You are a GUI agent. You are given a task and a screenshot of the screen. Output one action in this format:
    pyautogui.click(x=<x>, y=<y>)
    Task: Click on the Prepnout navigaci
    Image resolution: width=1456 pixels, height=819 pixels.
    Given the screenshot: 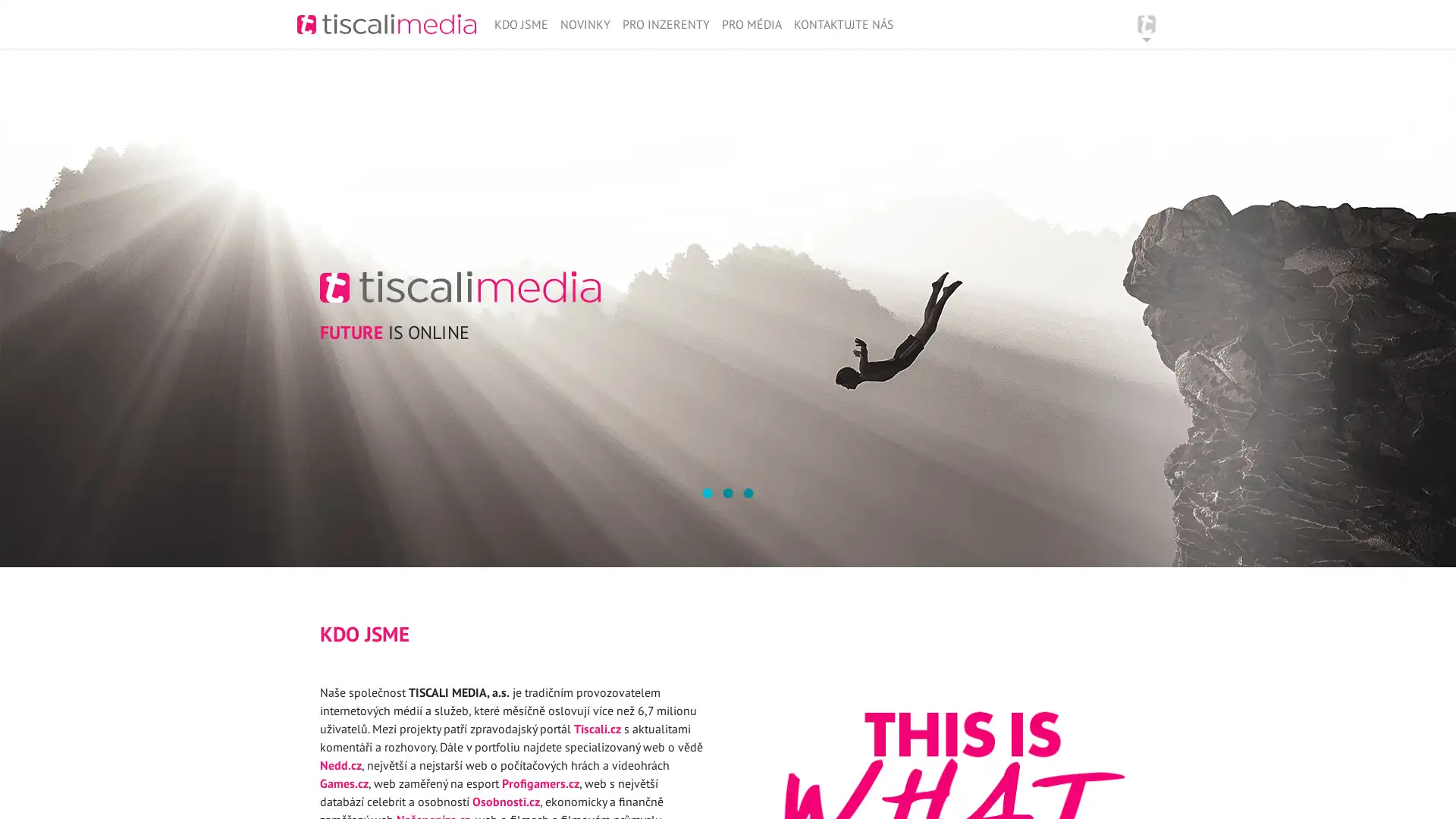 What is the action you would take?
    pyautogui.click(x=1147, y=24)
    